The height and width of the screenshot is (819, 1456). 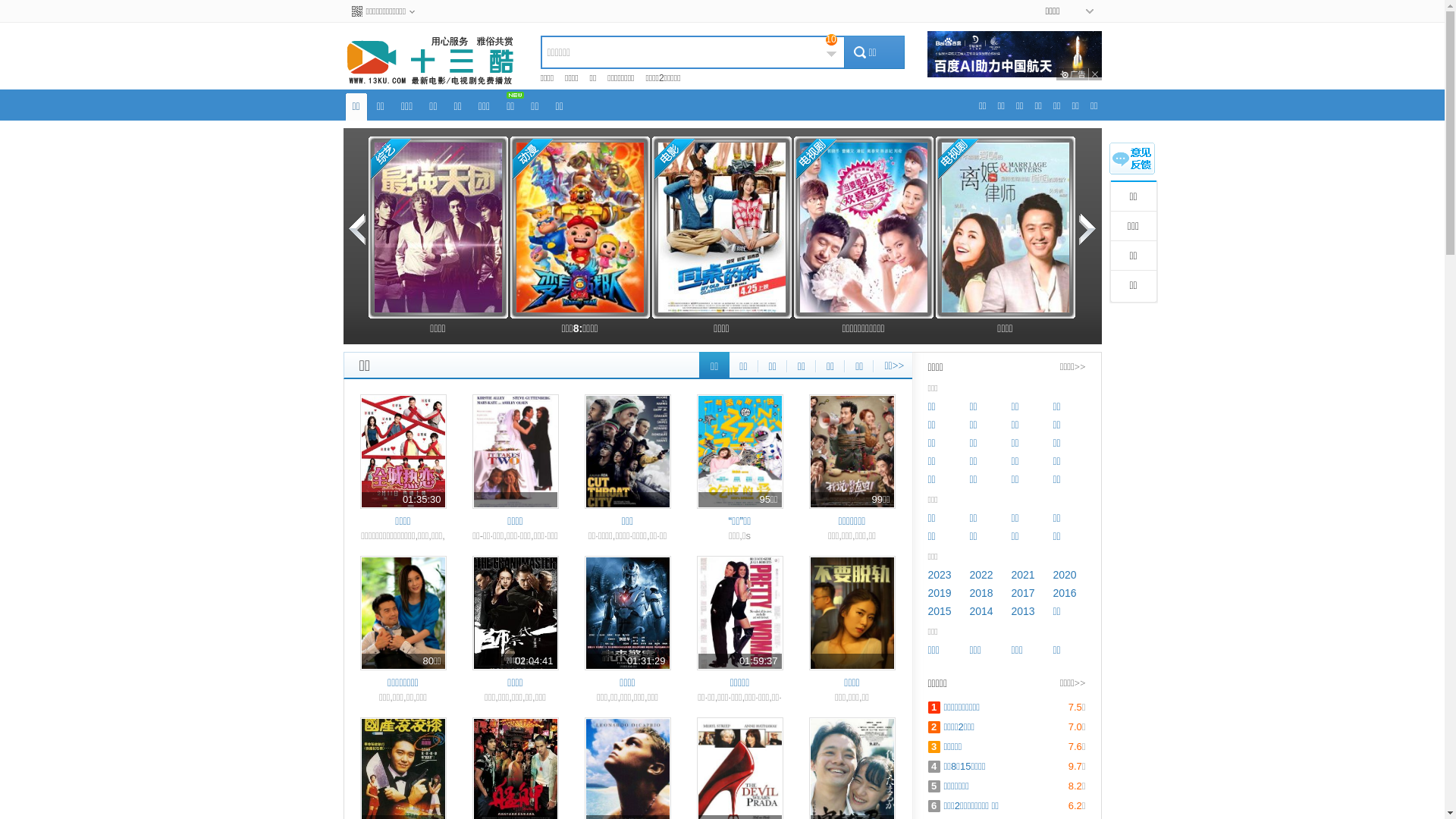 What do you see at coordinates (1023, 610) in the screenshot?
I see `'2013'` at bounding box center [1023, 610].